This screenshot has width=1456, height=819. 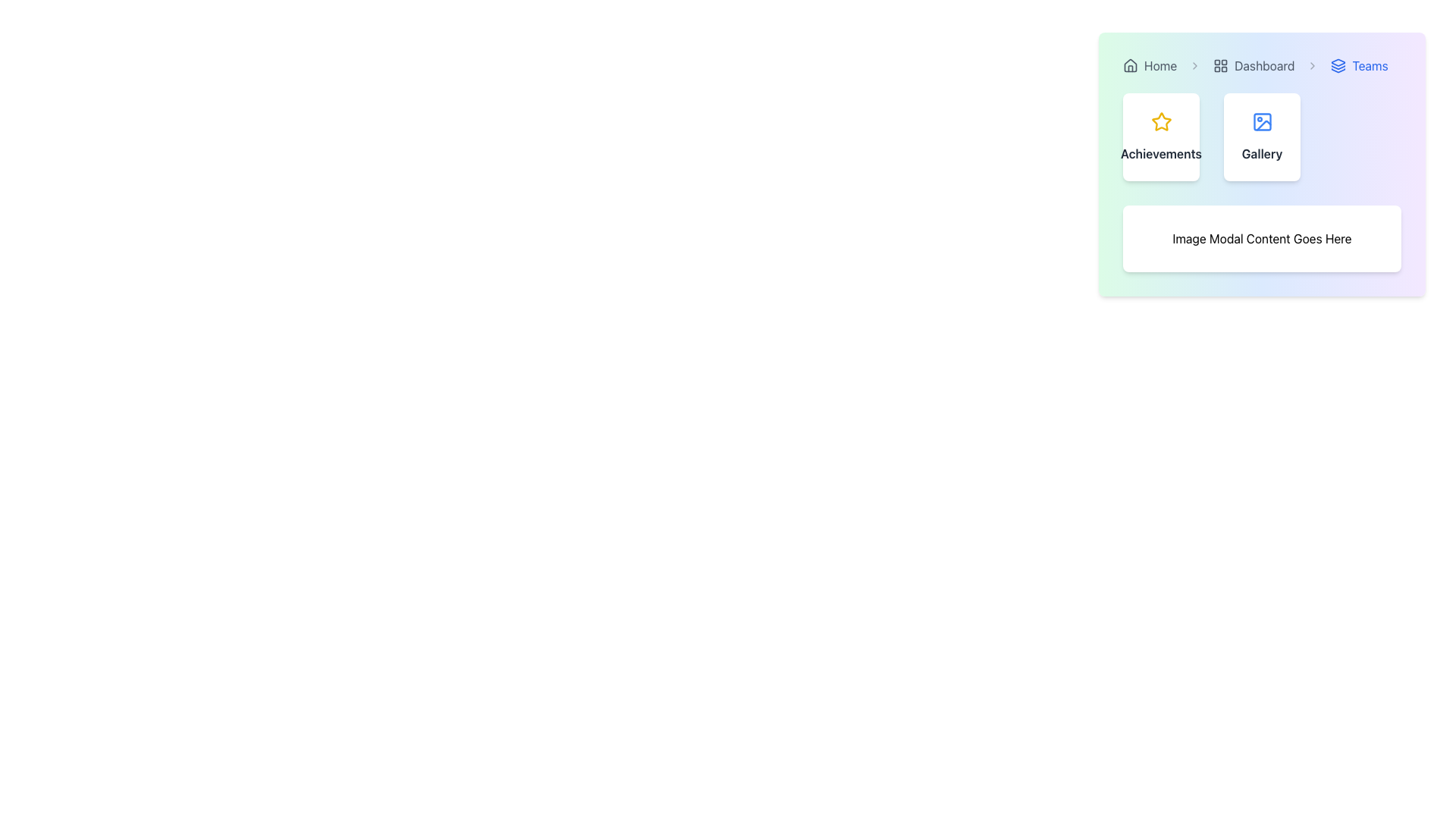 I want to click on the Gallery icon located at the top-right corner of the card structure labeled 'Gallery', so click(x=1262, y=121).